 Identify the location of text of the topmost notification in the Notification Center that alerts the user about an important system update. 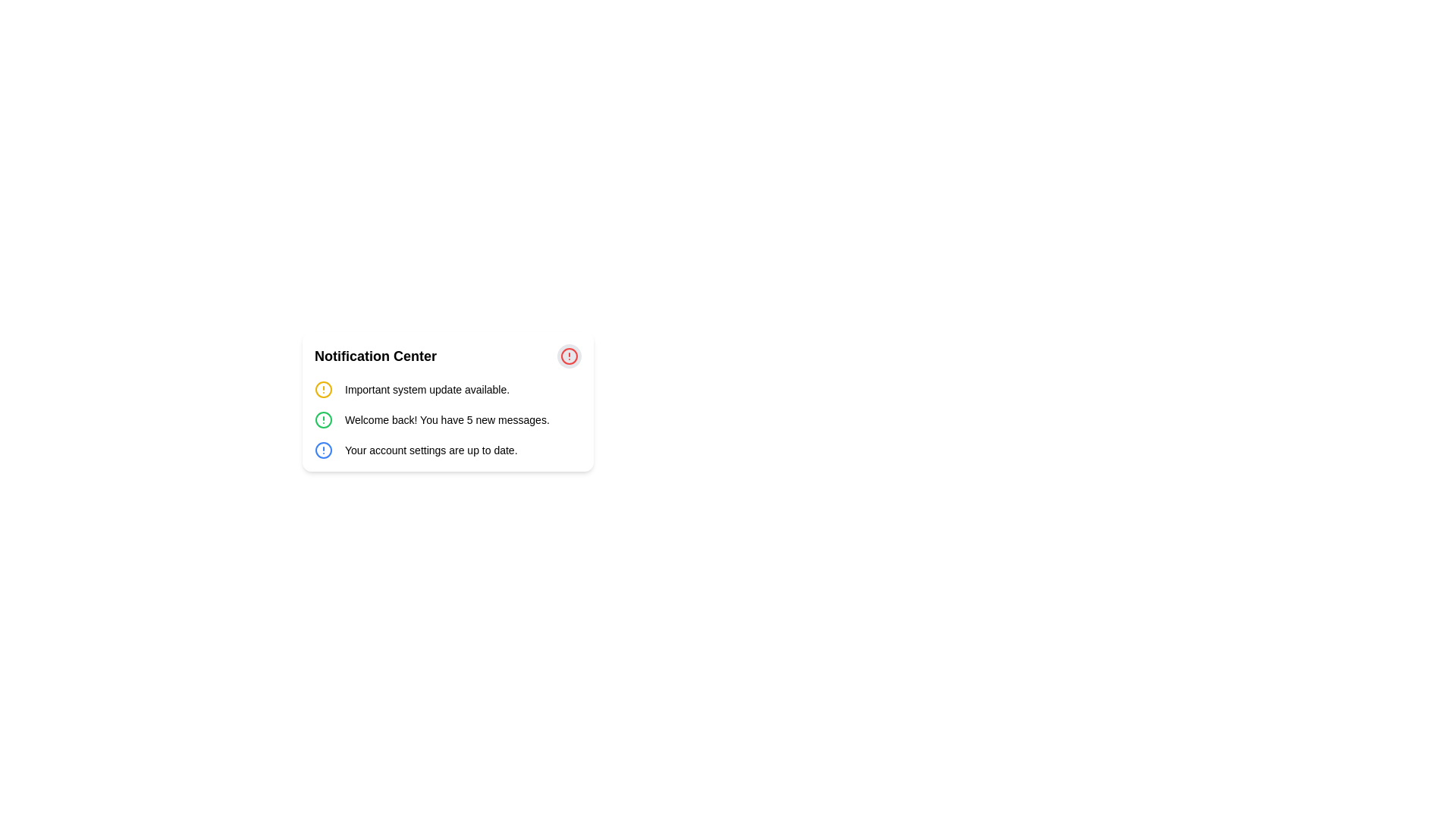
(447, 388).